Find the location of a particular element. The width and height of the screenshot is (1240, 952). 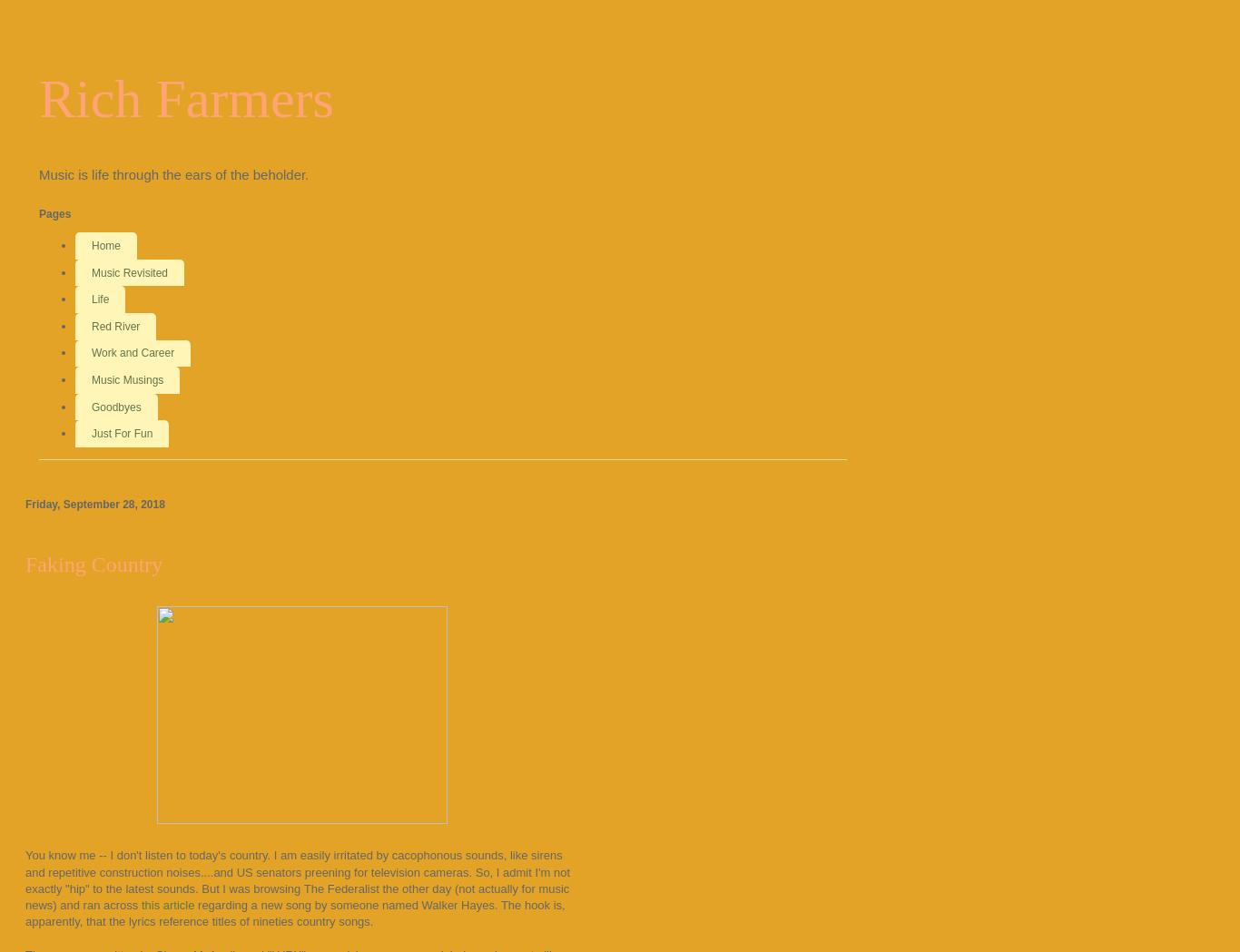

'Rich Farmers' is located at coordinates (185, 97).